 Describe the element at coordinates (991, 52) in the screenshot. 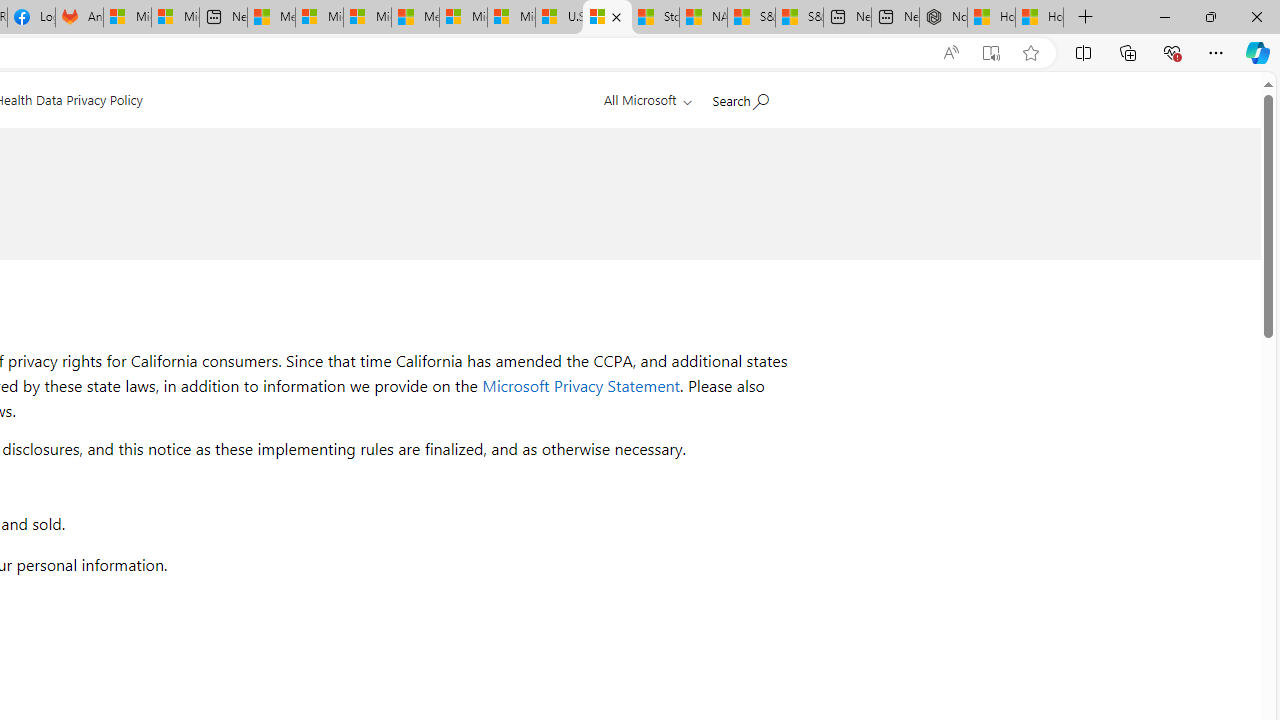

I see `'Enter Immersive Reader (F9)'` at that location.